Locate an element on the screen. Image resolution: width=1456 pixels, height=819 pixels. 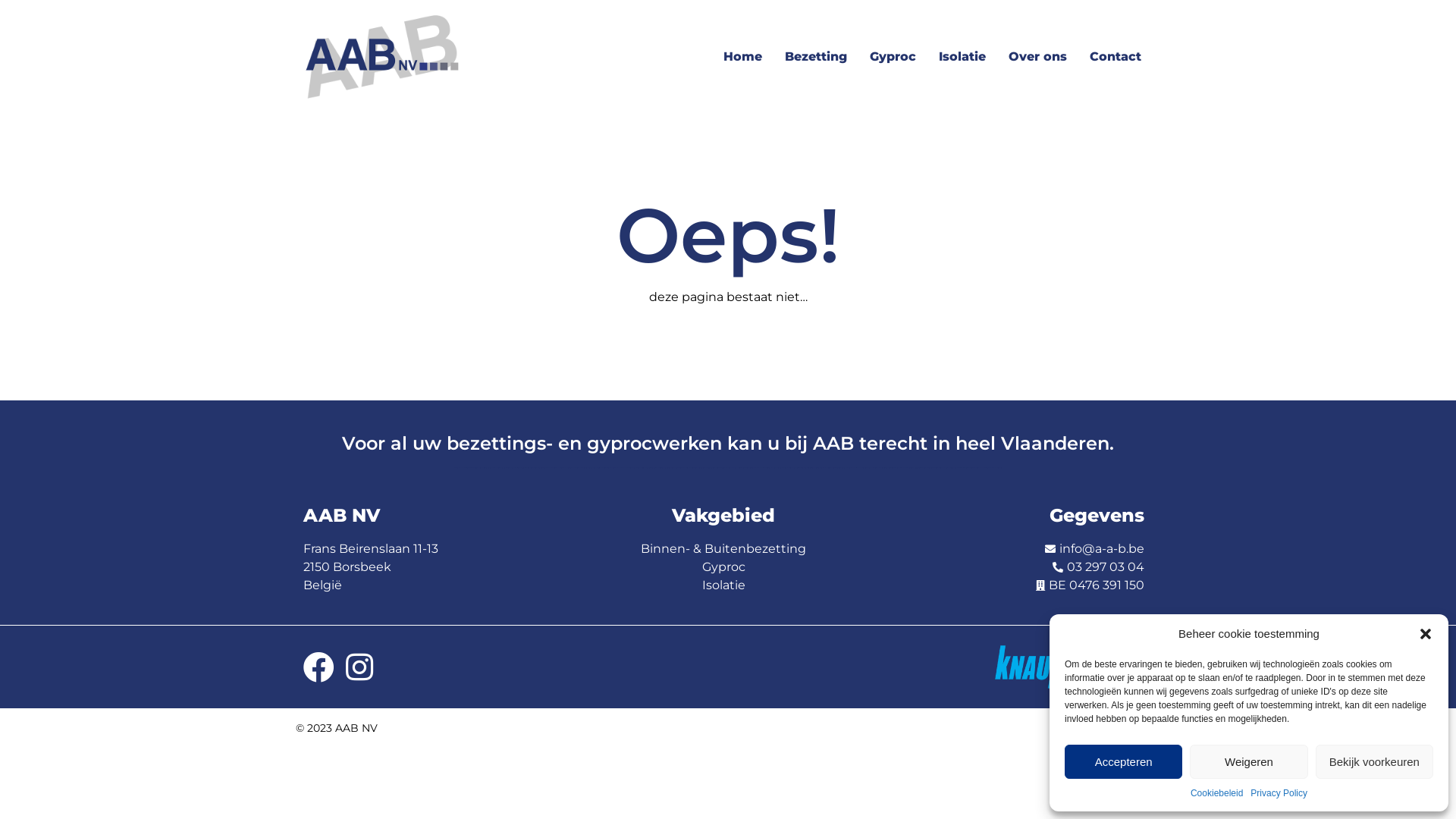
'Binnen- & Buitenbezetting' is located at coordinates (723, 548).